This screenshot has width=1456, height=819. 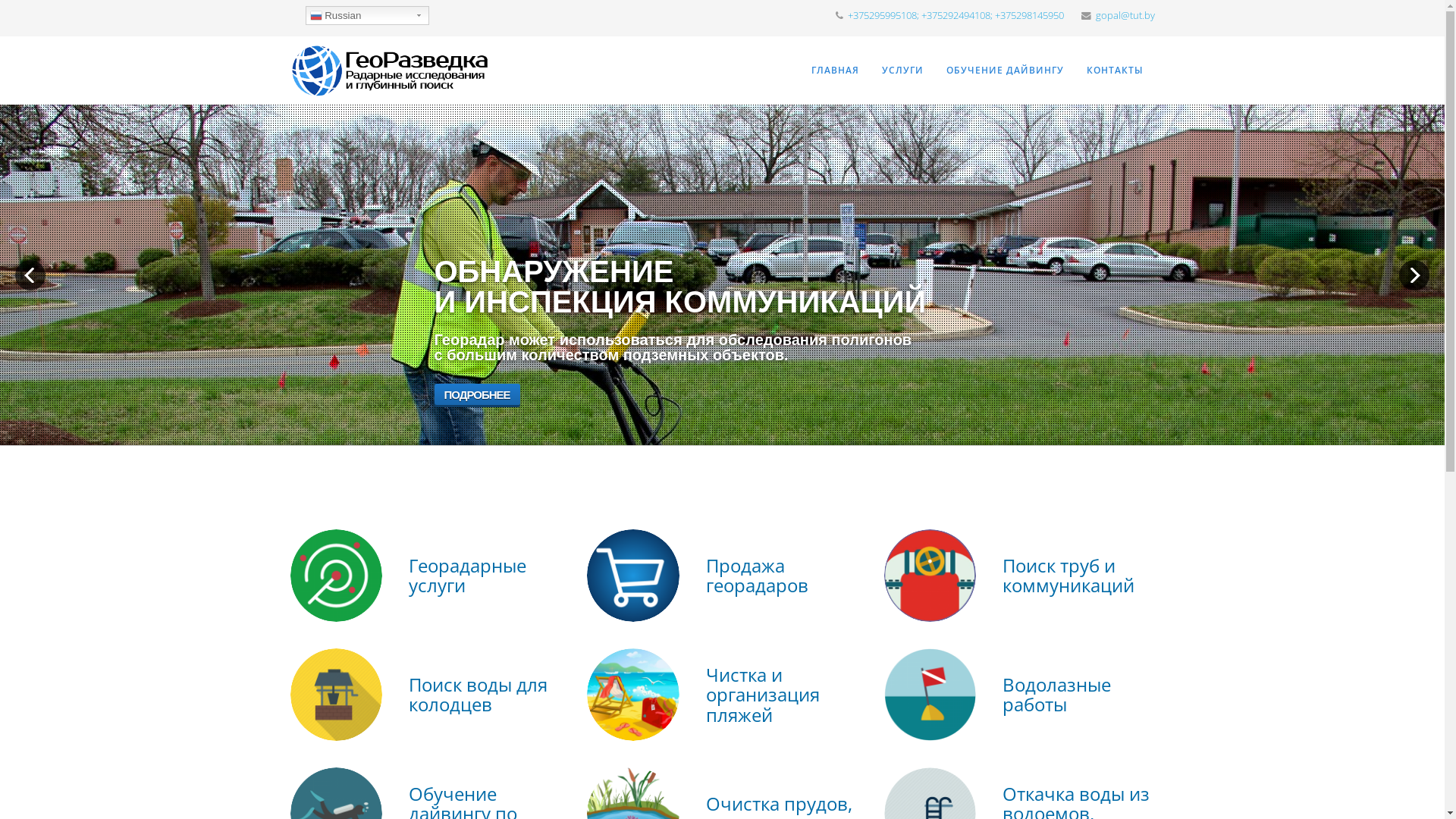 What do you see at coordinates (1095, 15) in the screenshot?
I see `'gopal@tut.by'` at bounding box center [1095, 15].